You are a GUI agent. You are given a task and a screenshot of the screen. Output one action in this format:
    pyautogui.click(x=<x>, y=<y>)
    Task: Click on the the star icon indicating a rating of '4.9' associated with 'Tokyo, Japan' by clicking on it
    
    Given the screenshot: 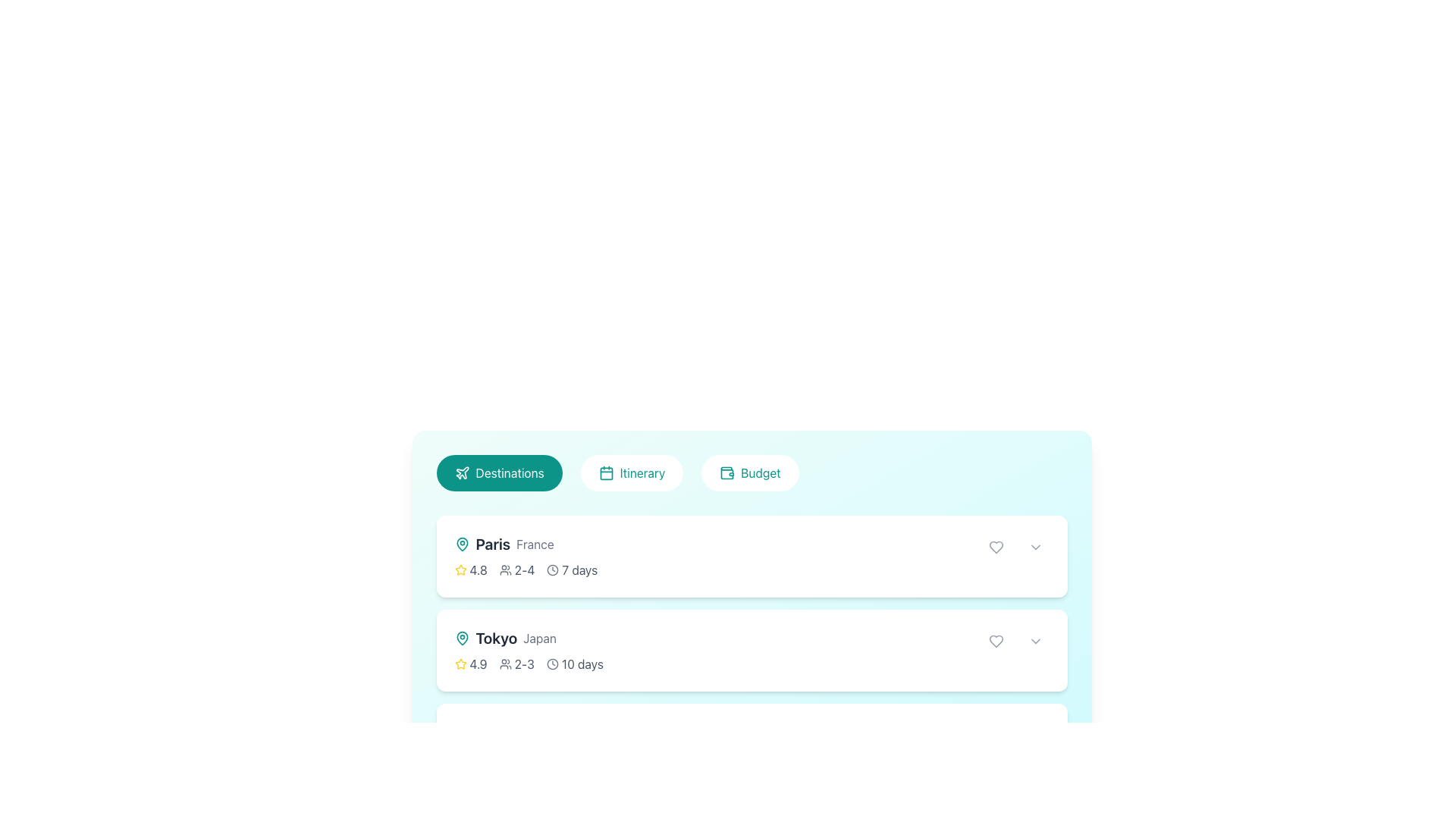 What is the action you would take?
    pyautogui.click(x=460, y=663)
    